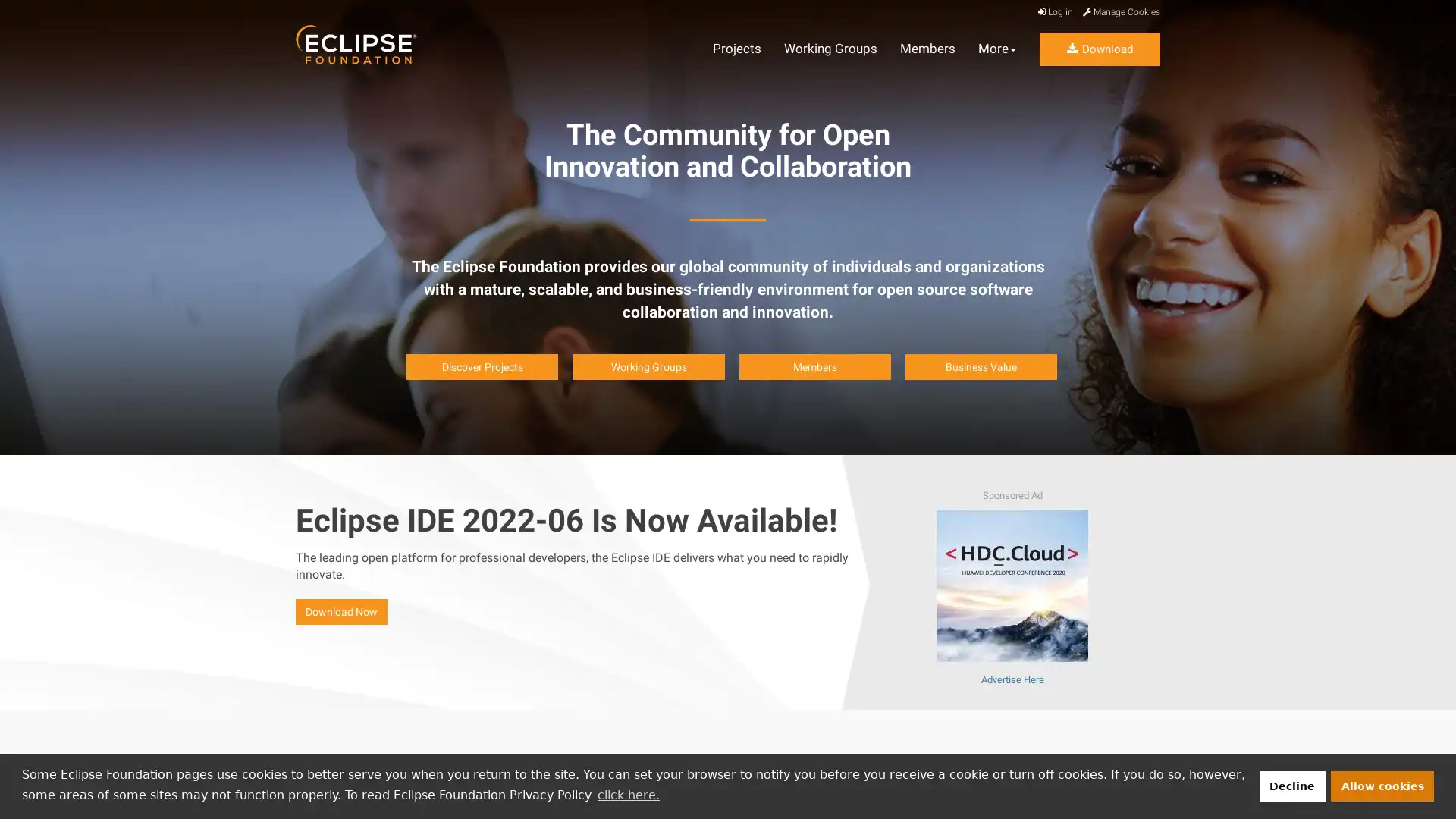 This screenshot has width=1456, height=819. What do you see at coordinates (1291, 785) in the screenshot?
I see `deny cookies` at bounding box center [1291, 785].